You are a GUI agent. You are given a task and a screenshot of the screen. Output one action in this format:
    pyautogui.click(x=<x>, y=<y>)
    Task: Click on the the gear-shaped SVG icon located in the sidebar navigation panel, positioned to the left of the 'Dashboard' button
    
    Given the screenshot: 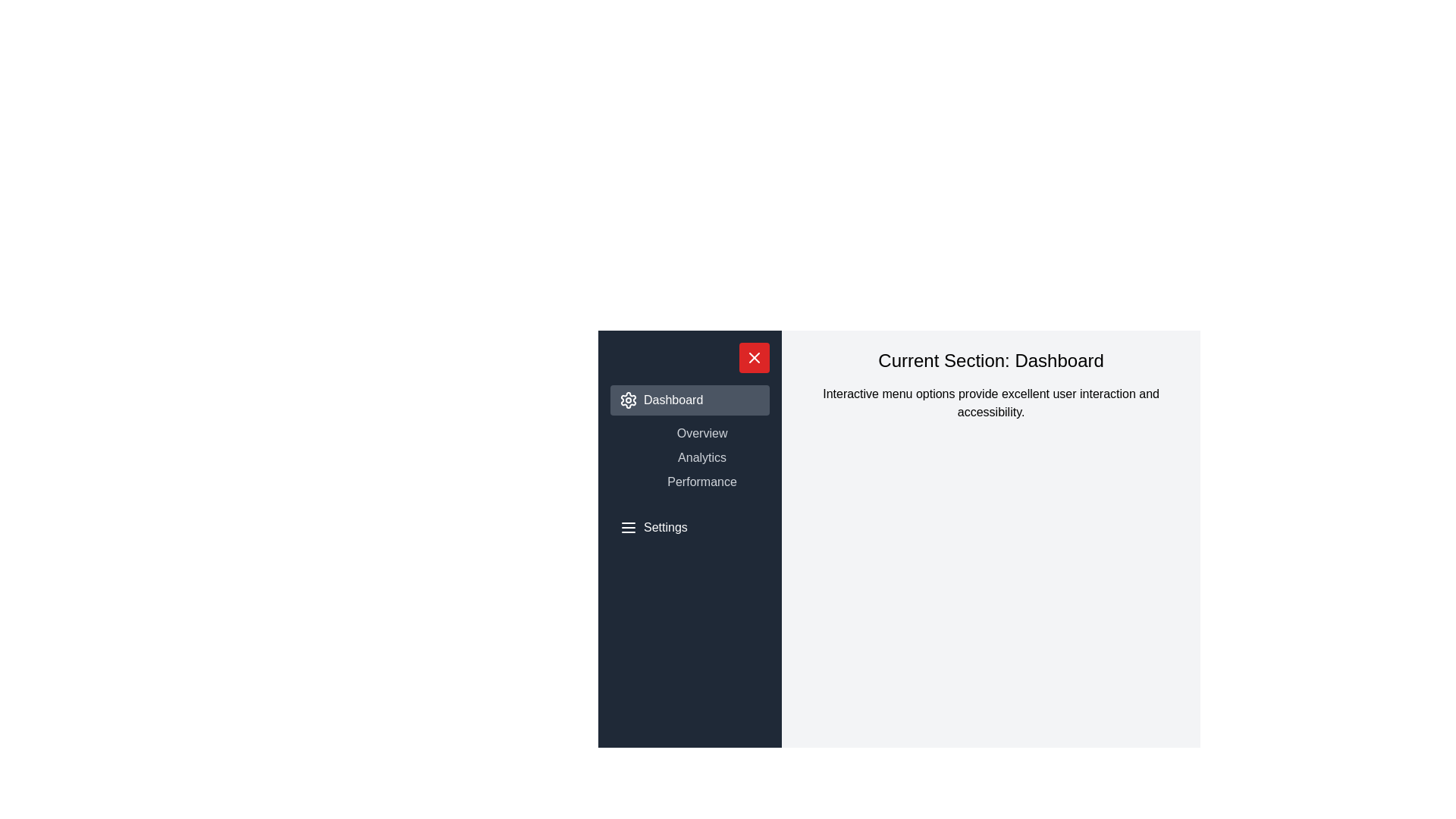 What is the action you would take?
    pyautogui.click(x=629, y=400)
    